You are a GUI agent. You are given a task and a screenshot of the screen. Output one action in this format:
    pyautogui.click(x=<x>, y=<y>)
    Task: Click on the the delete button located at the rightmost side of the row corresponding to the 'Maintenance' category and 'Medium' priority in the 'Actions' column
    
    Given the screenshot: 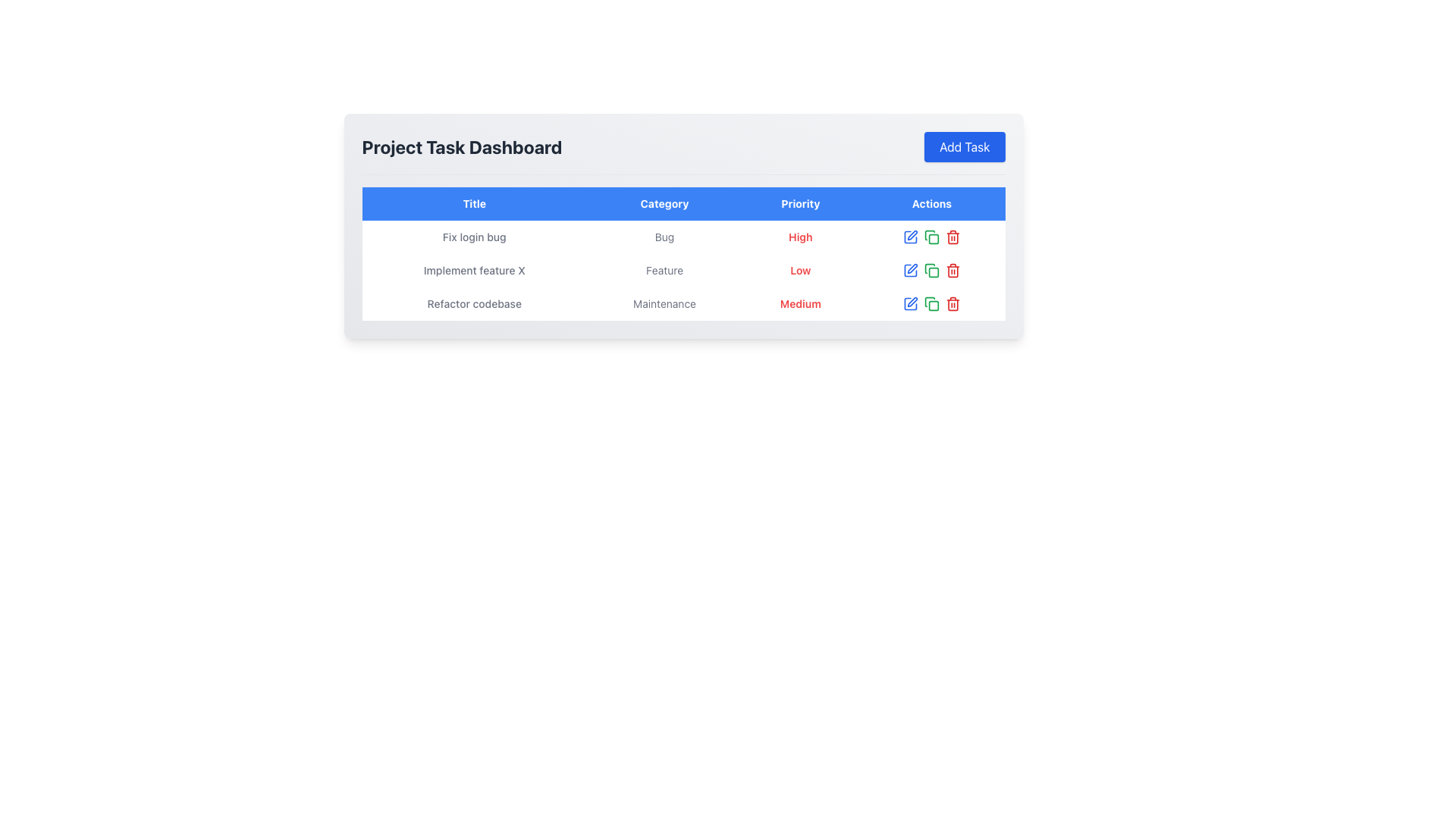 What is the action you would take?
    pyautogui.click(x=952, y=304)
    